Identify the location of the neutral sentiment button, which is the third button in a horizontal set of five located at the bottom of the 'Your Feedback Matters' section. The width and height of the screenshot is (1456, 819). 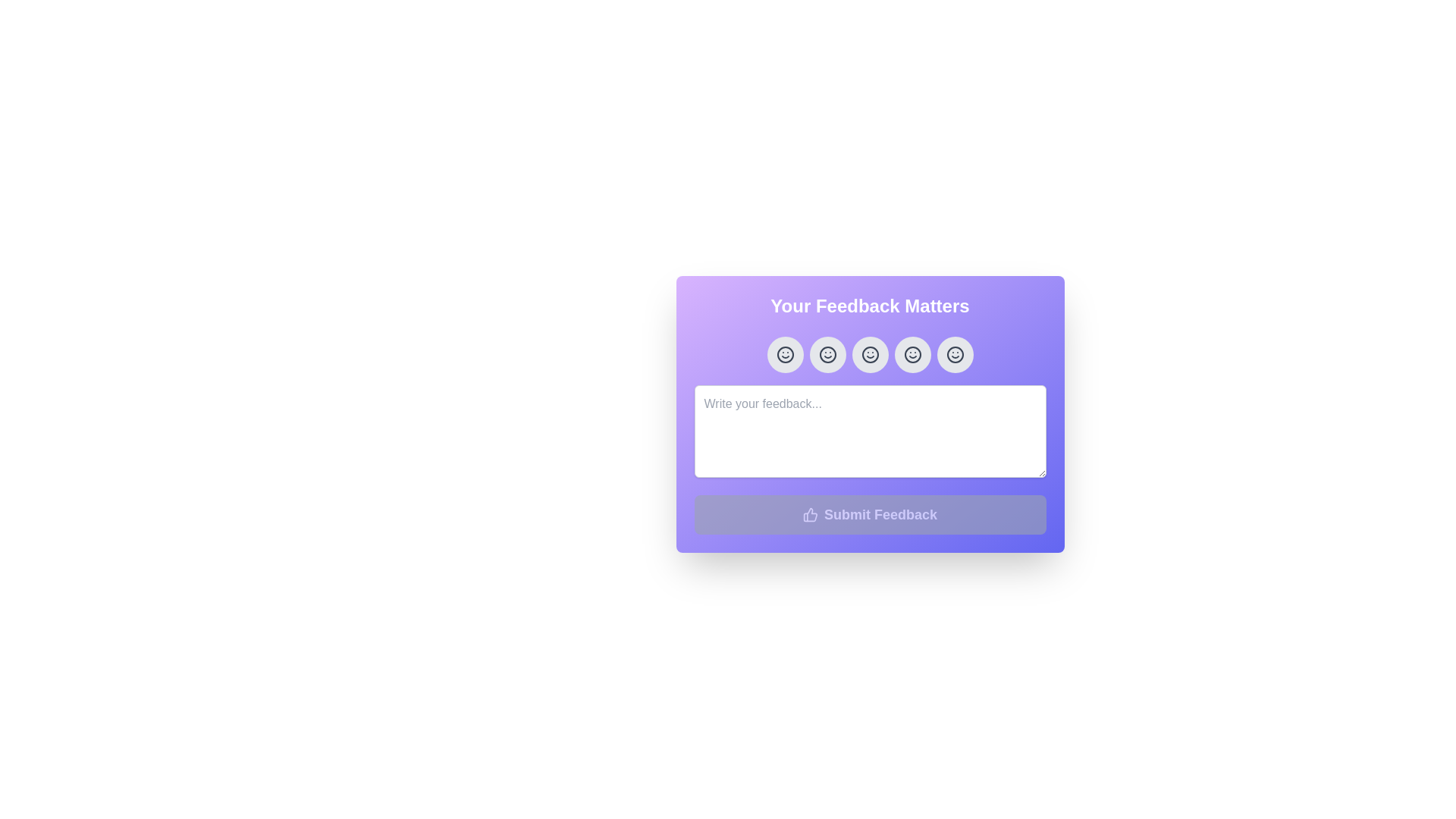
(870, 354).